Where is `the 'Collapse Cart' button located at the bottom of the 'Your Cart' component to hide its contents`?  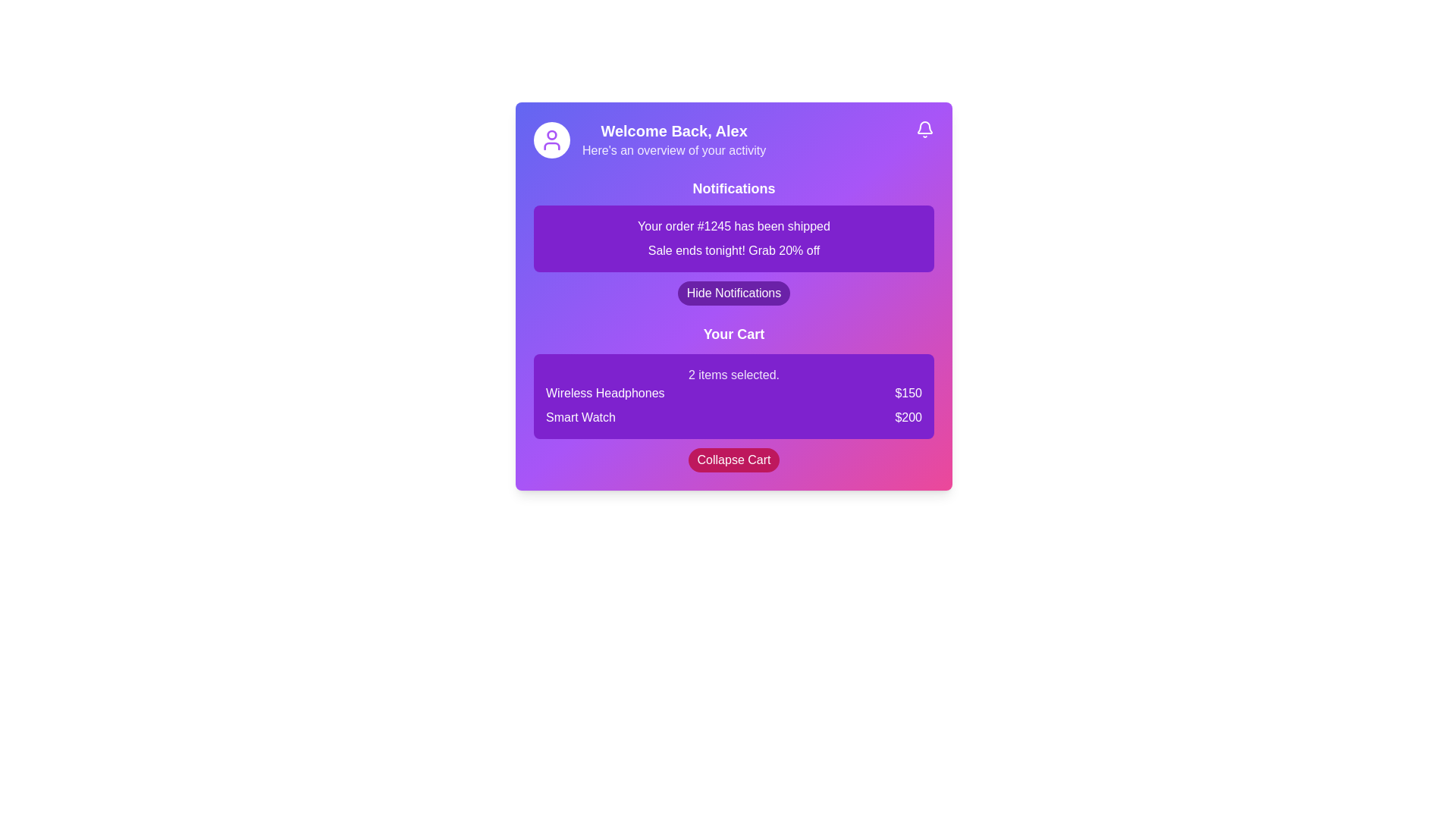
the 'Collapse Cart' button located at the bottom of the 'Your Cart' component to hide its contents is located at coordinates (734, 459).